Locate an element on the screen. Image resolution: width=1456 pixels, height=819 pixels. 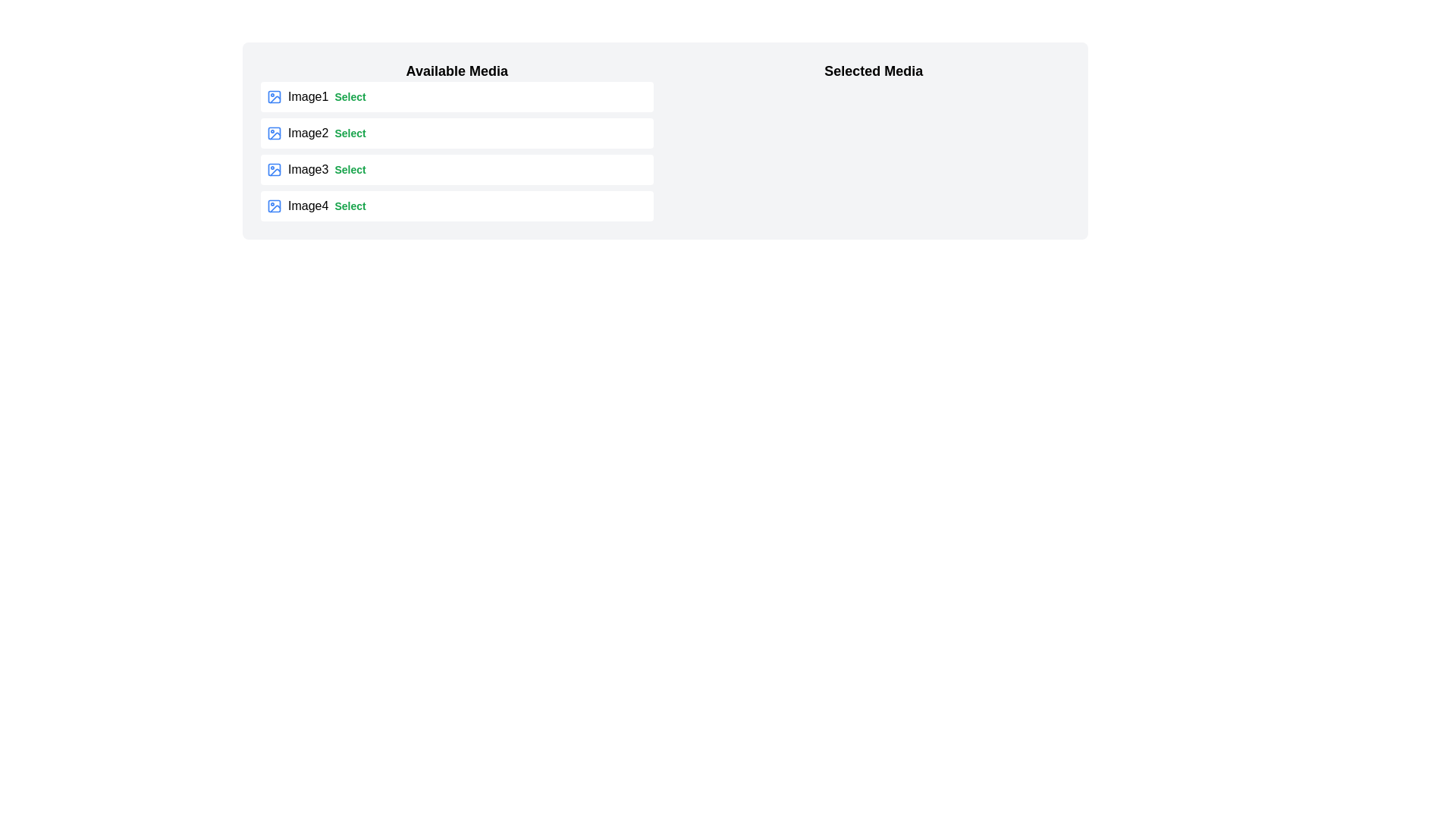
the selection button located in the second row of a vertical list to underline the text is located at coordinates (349, 133).